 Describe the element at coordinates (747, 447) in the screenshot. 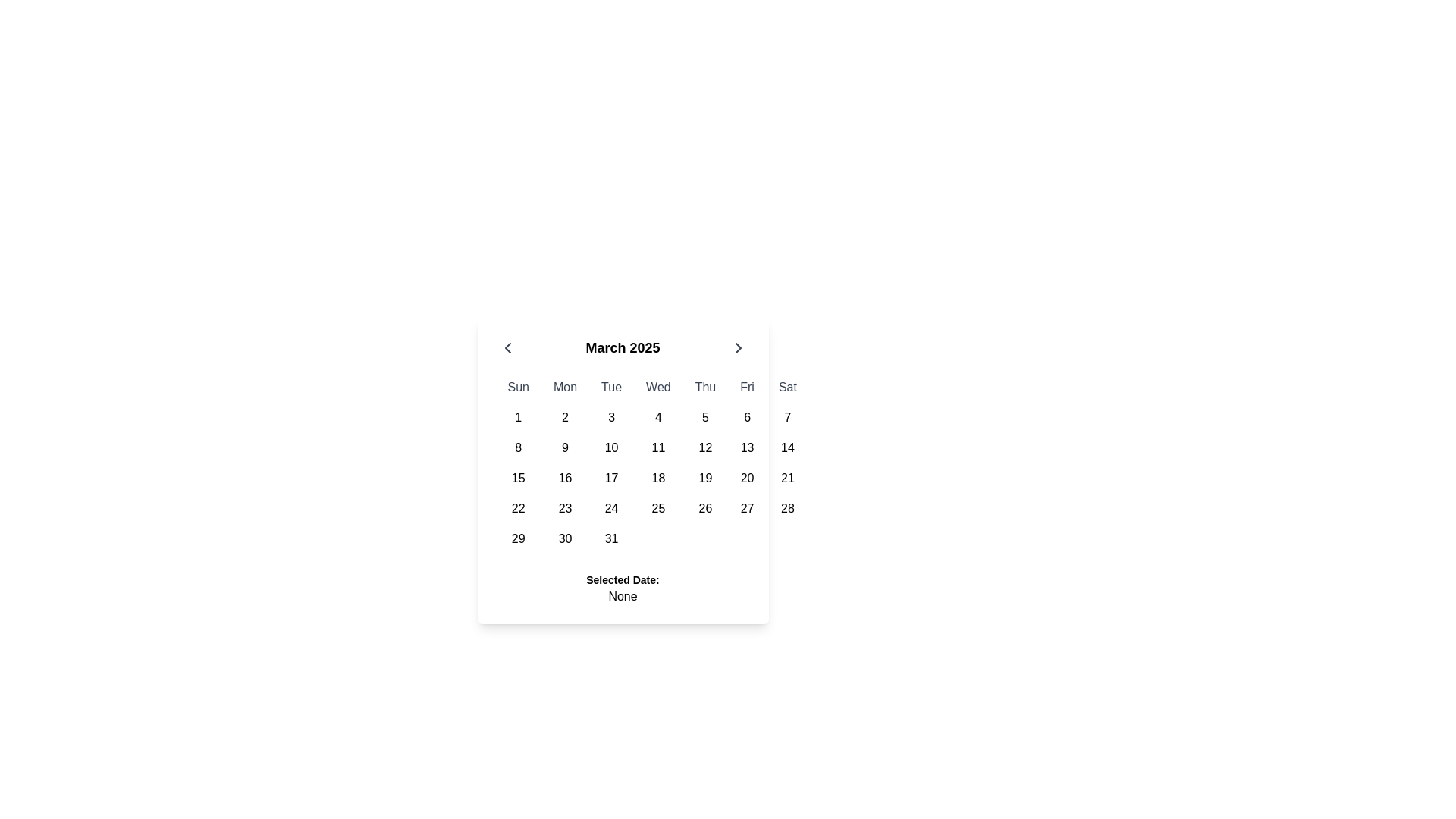

I see `the text element displaying the number '13'` at that location.